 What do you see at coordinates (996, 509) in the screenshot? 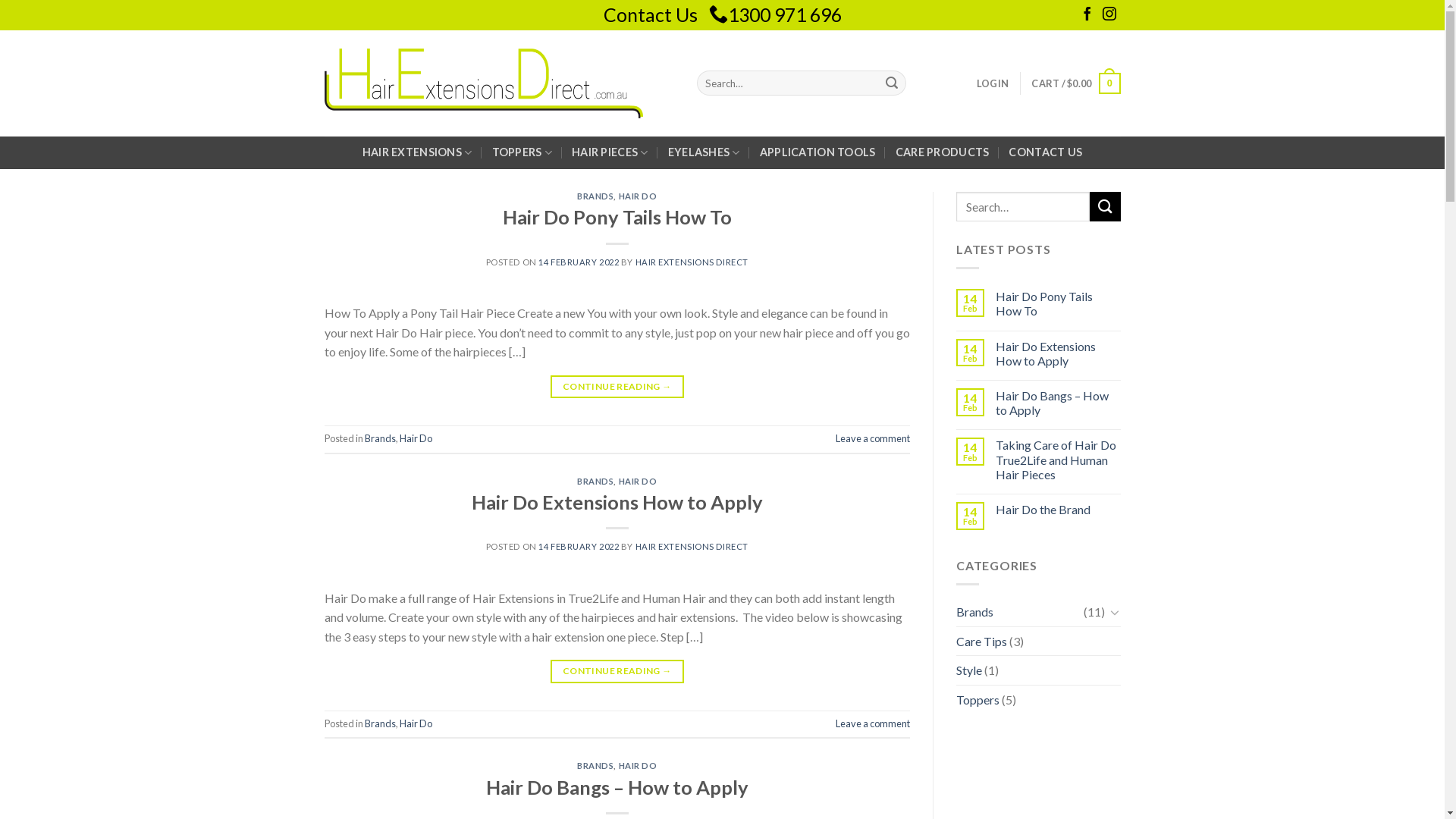
I see `'Hair Do the Brand'` at bounding box center [996, 509].